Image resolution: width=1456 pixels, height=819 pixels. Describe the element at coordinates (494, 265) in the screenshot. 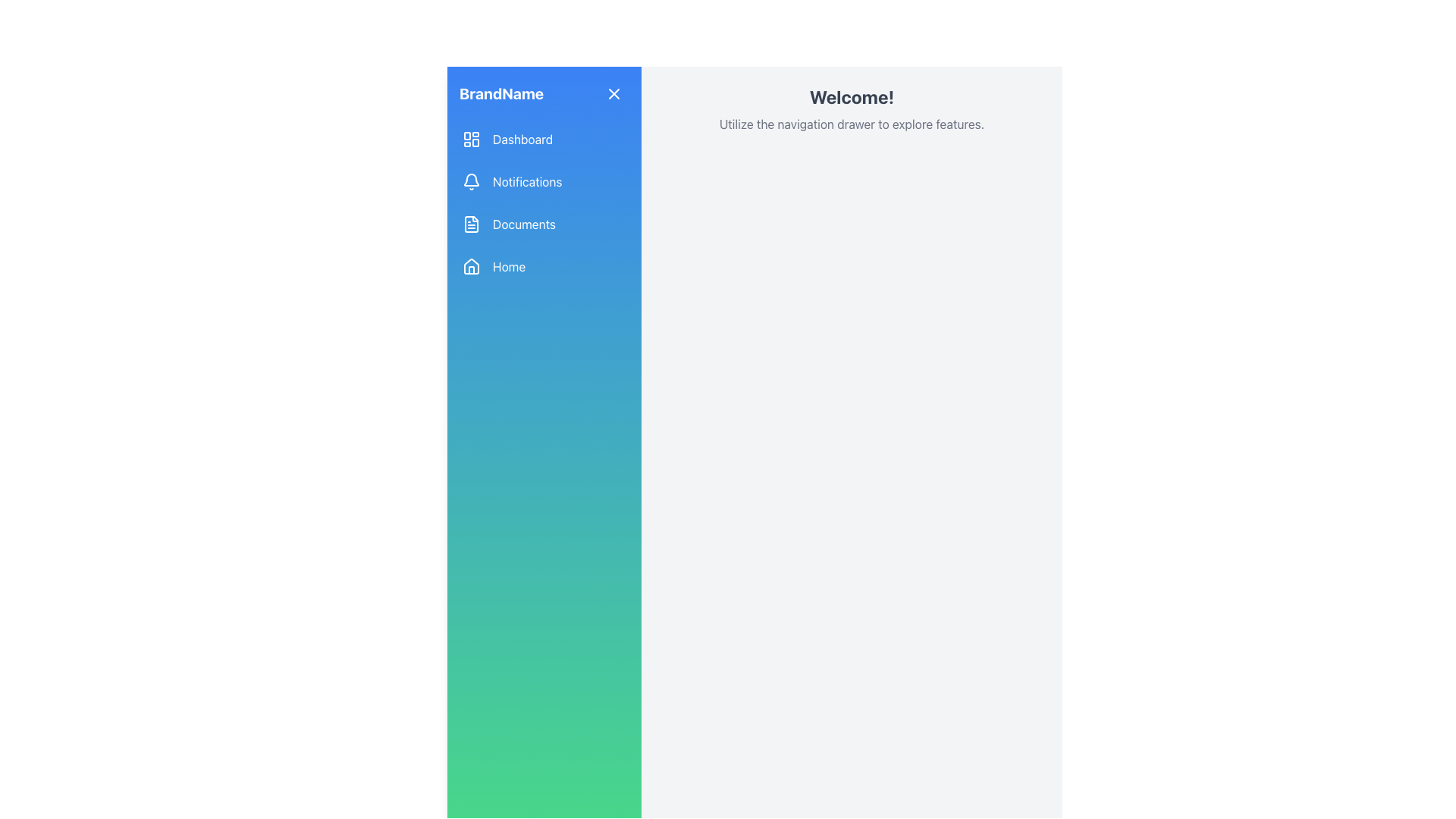

I see `the 'Home' button, which is a rounded rectangular button with a home icon on the left and the text 'Home' on the right, located in the left-side navigation pane below the 'Dashboard', 'Notifications', and 'Documents' buttons` at that location.